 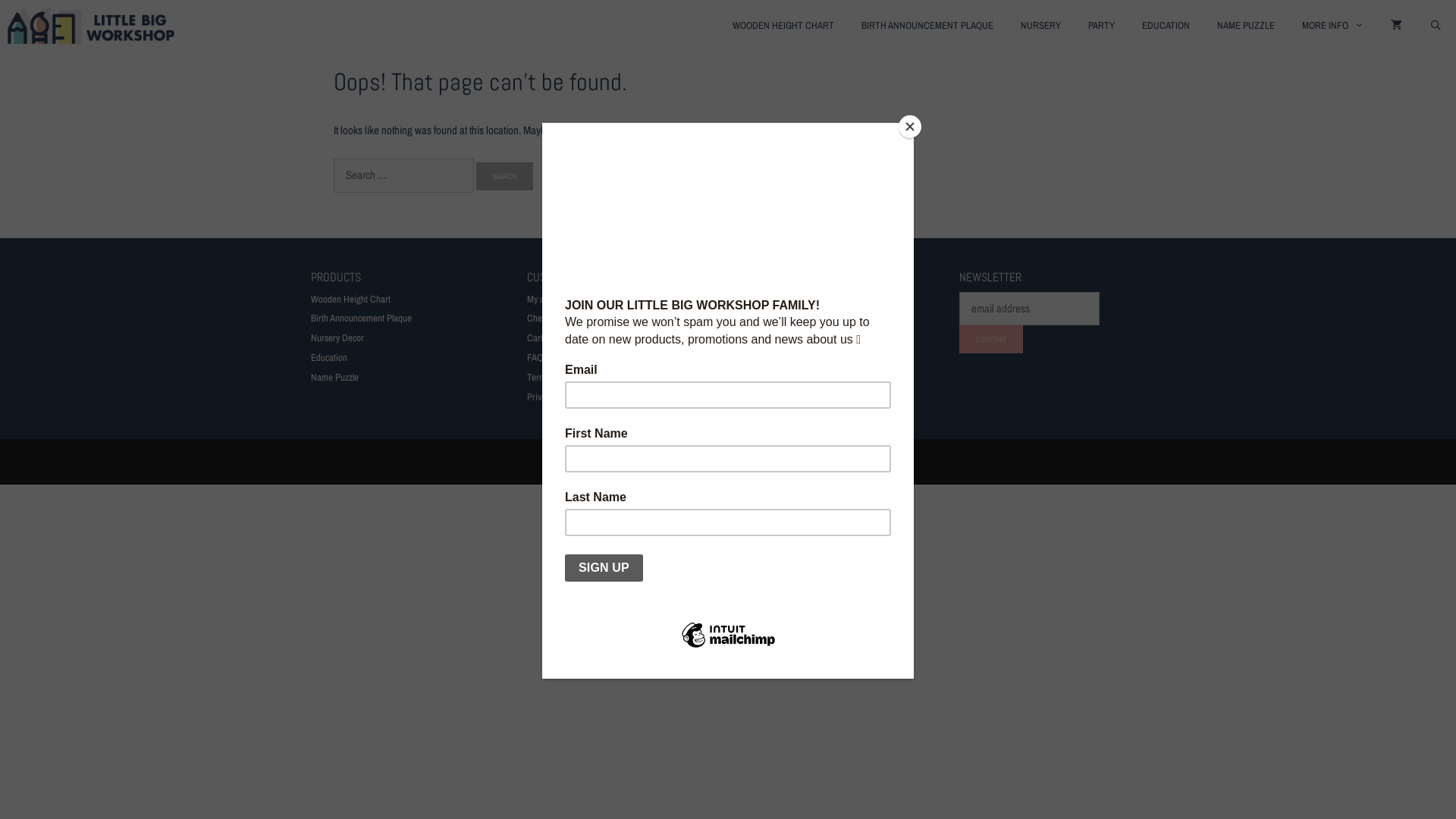 I want to click on 'My account', so click(x=546, y=299).